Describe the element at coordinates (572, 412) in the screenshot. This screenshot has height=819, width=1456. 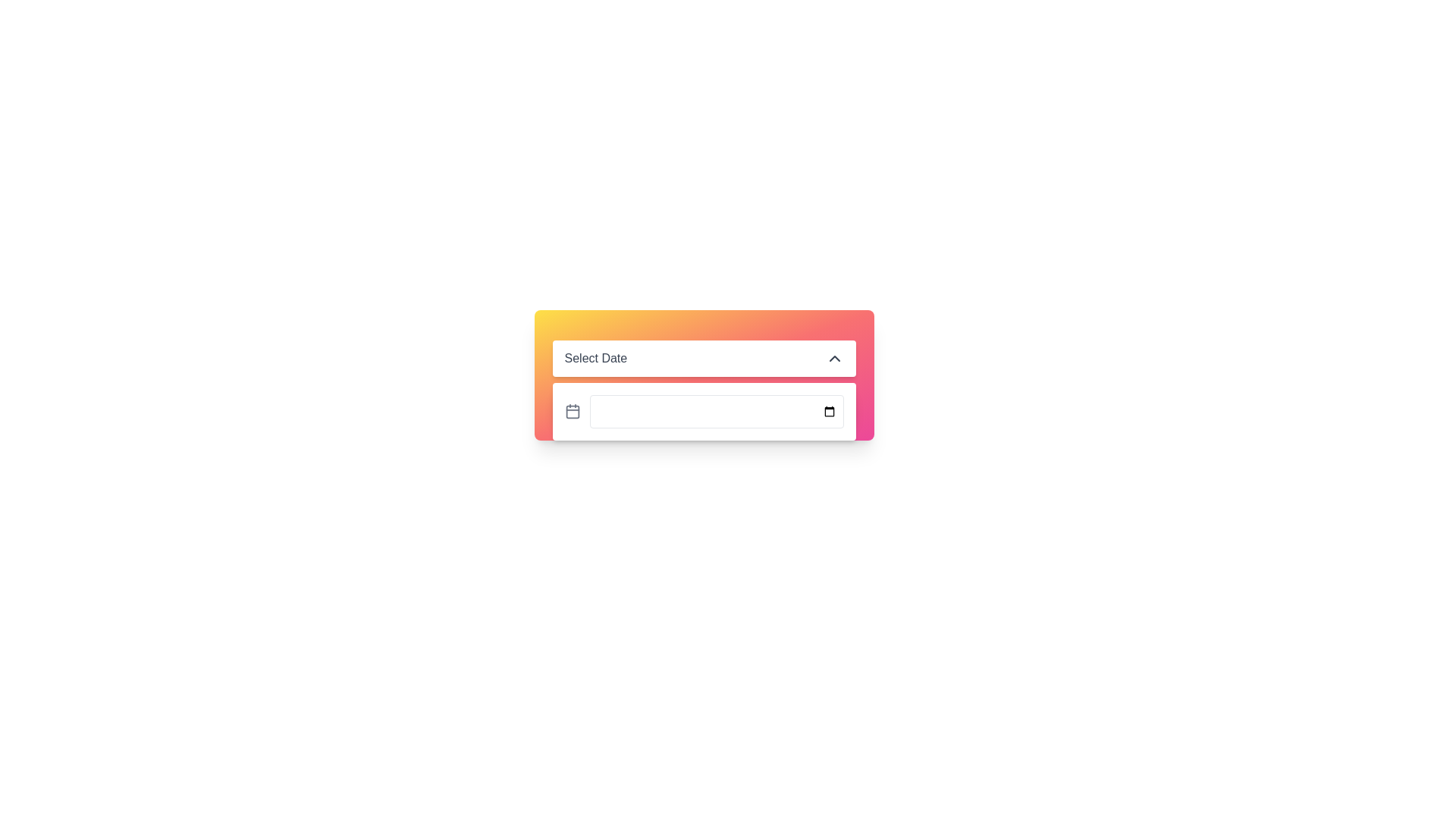
I see `the calendar icon located on the left of the date input field` at that location.